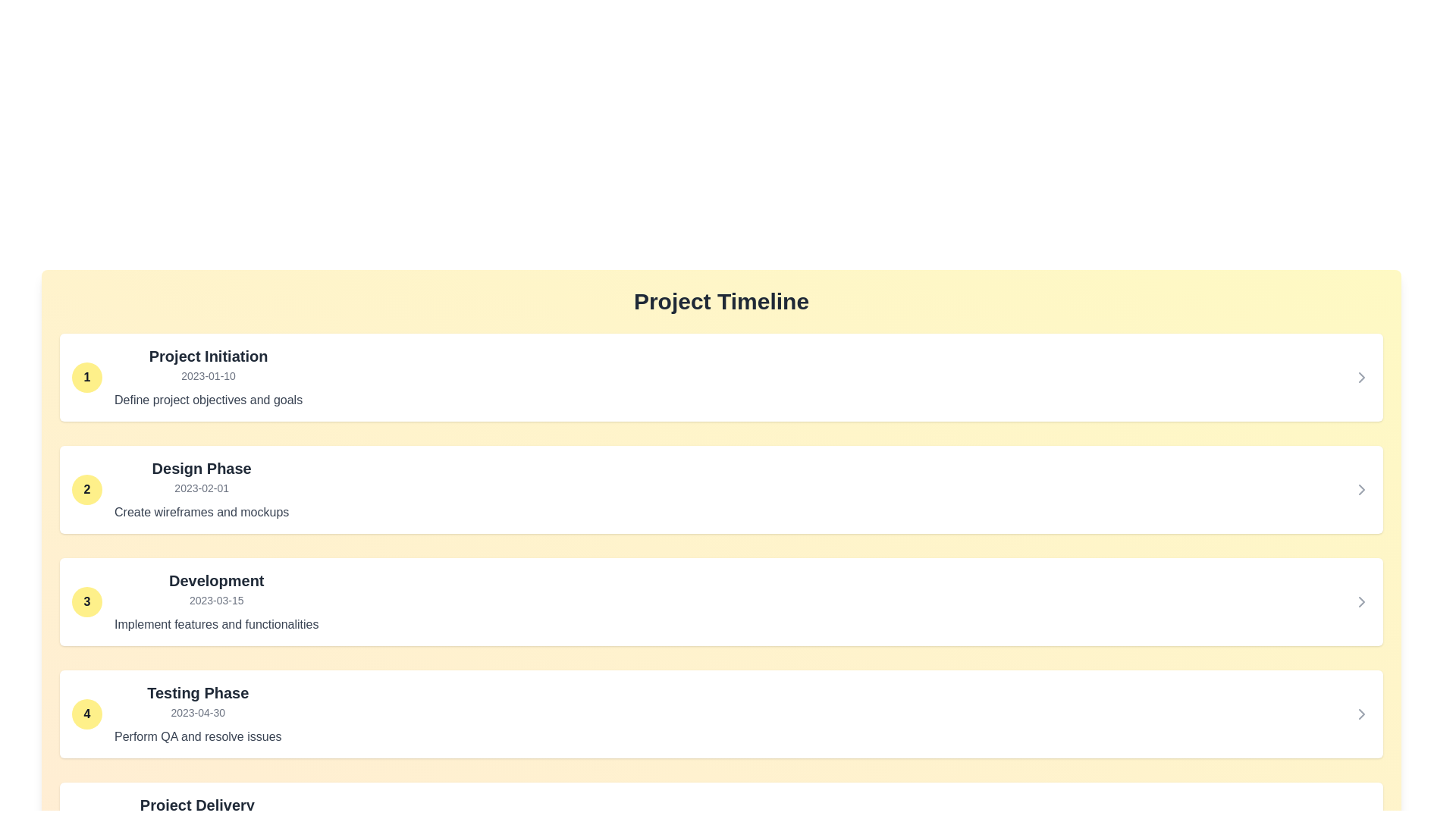  Describe the element at coordinates (201, 467) in the screenshot. I see `the text label that identifies the phase as 'Design Phase' located within a section titled with the numeral '2' in a circular yellow icon` at that location.